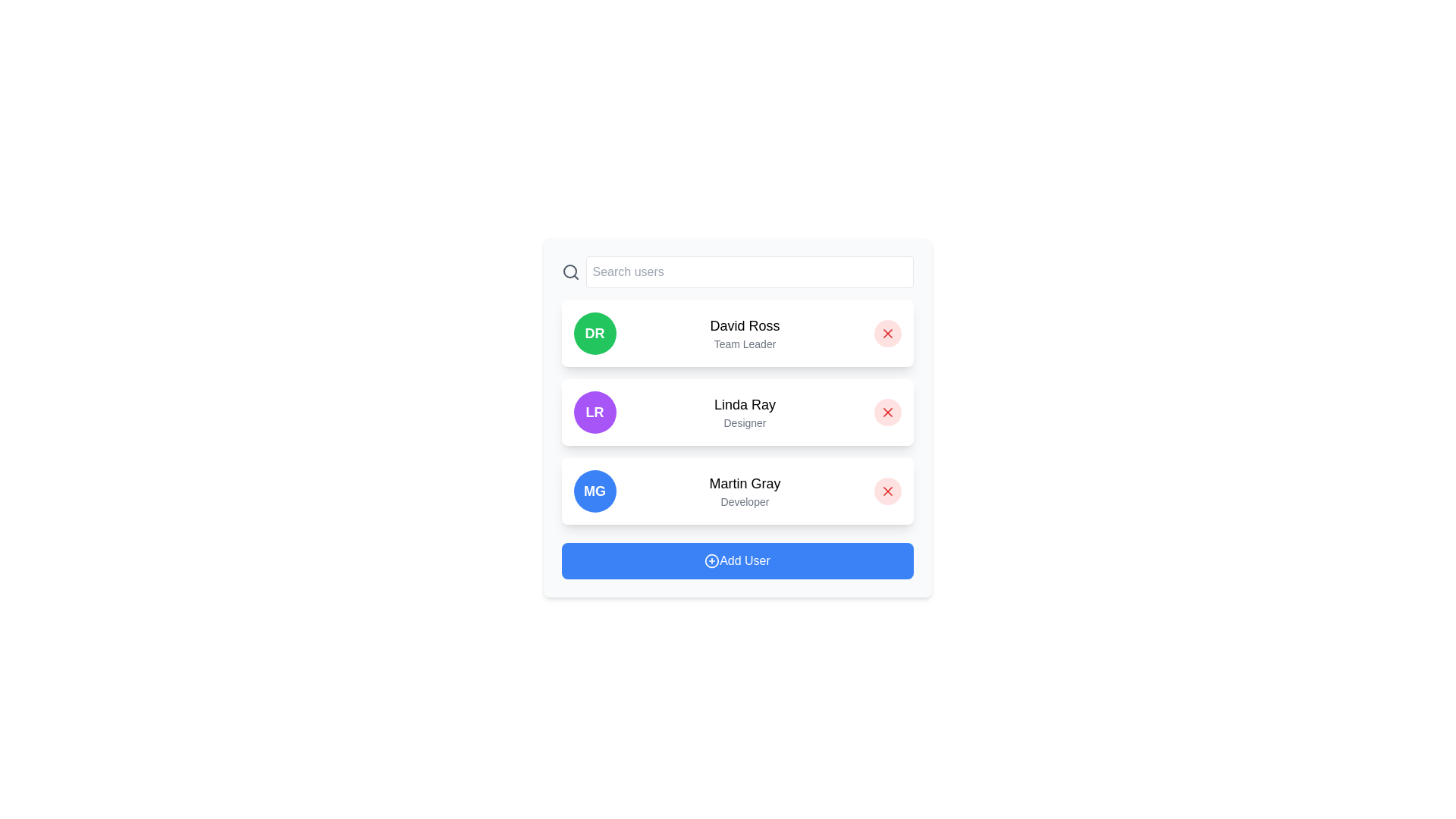 Image resolution: width=1456 pixels, height=819 pixels. What do you see at coordinates (745, 412) in the screenshot?
I see `the user's name and role text located in the second row of user entries, adjacent to the circular icon with initials 'LR' and the red delete button` at bounding box center [745, 412].